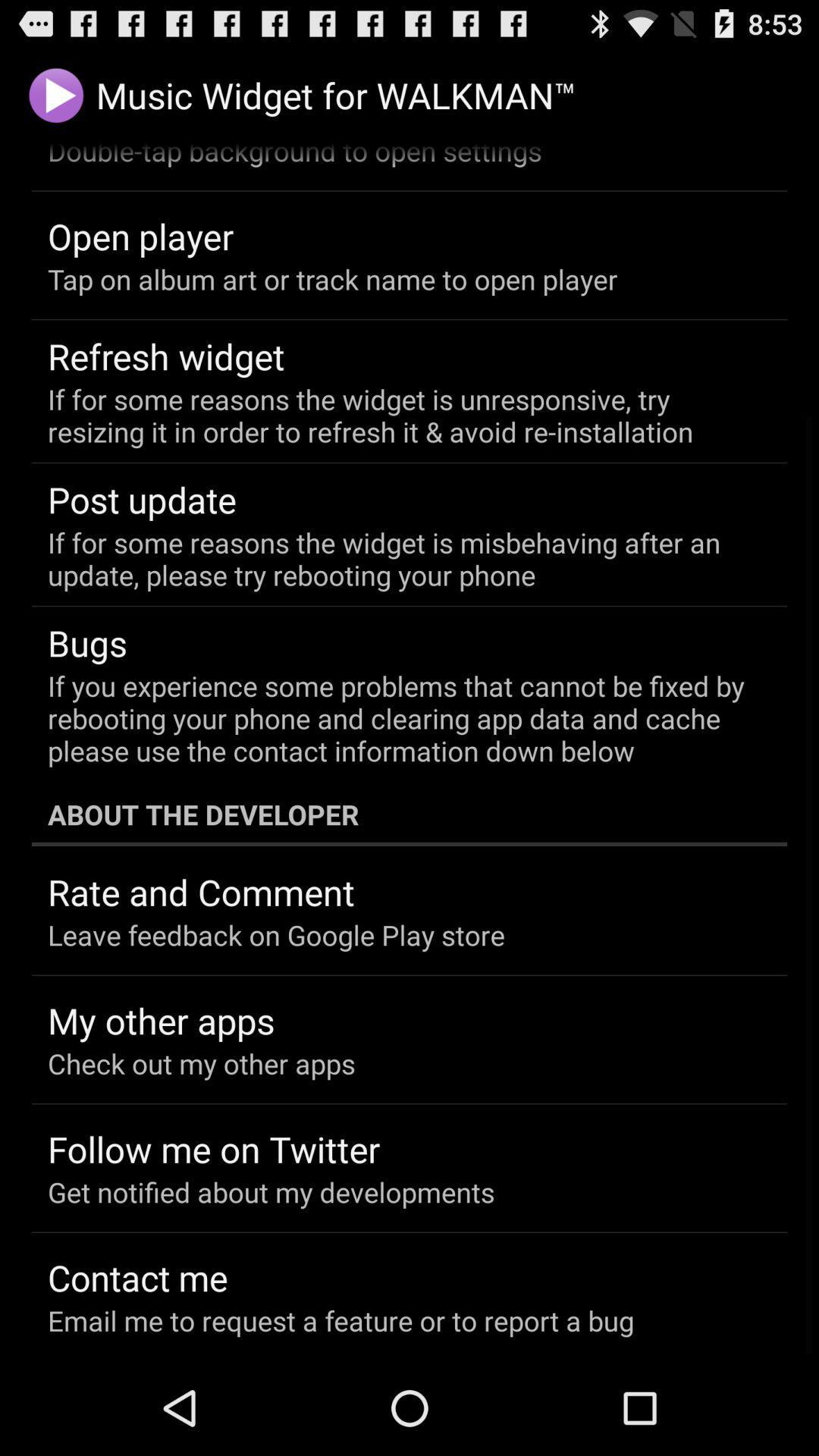 This screenshot has height=1456, width=819. Describe the element at coordinates (213, 1149) in the screenshot. I see `item below check out my item` at that location.